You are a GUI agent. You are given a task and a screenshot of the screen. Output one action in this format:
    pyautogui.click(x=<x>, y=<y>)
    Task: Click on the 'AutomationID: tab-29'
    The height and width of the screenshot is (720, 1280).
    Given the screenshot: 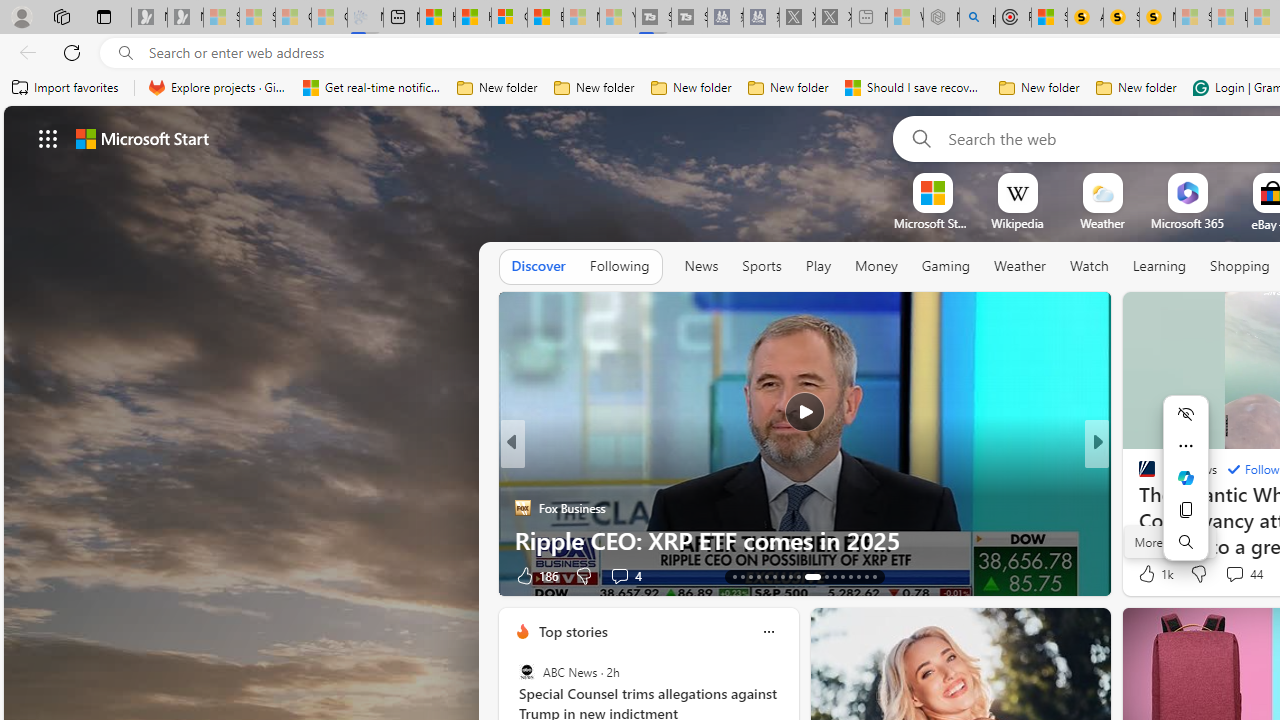 What is the action you would take?
    pyautogui.click(x=874, y=577)
    